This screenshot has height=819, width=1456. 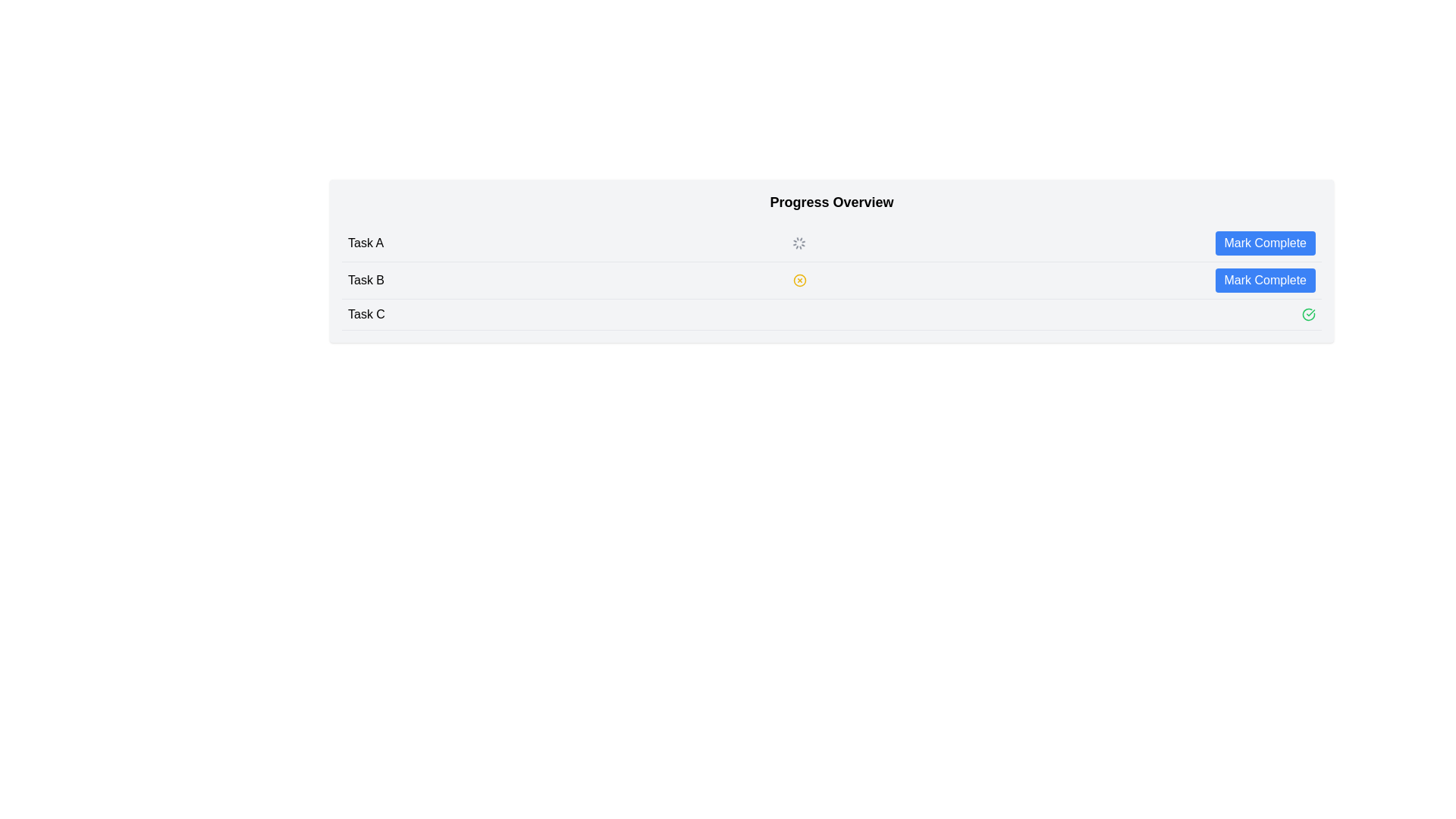 I want to click on the 'Mark Complete' button, which is a rectangular button with a blue background and white text, located on the far right of the row containing 'Task A', so click(x=1265, y=242).